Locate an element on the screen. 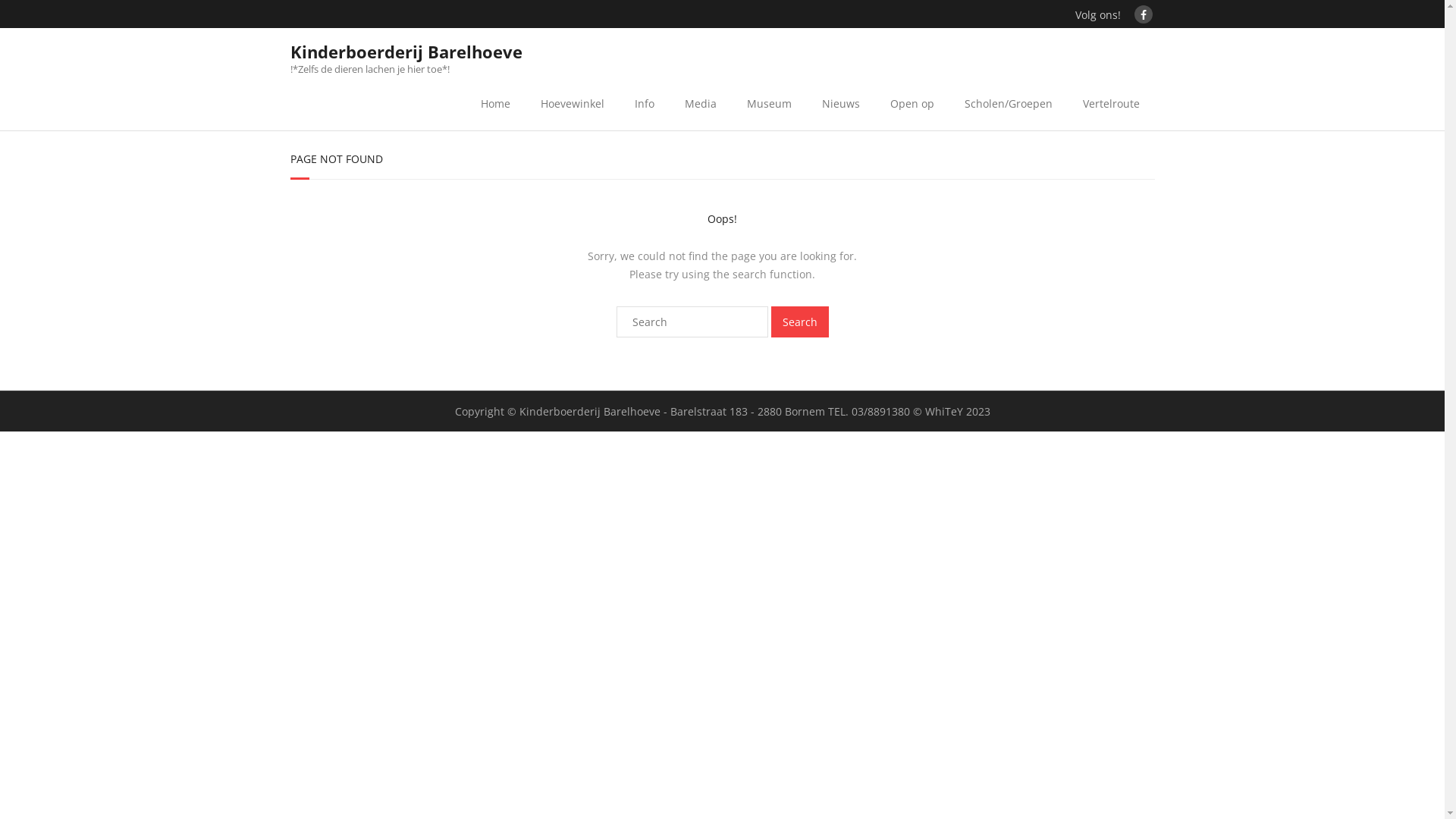 Image resolution: width=1456 pixels, height=819 pixels. 'Info' is located at coordinates (644, 102).